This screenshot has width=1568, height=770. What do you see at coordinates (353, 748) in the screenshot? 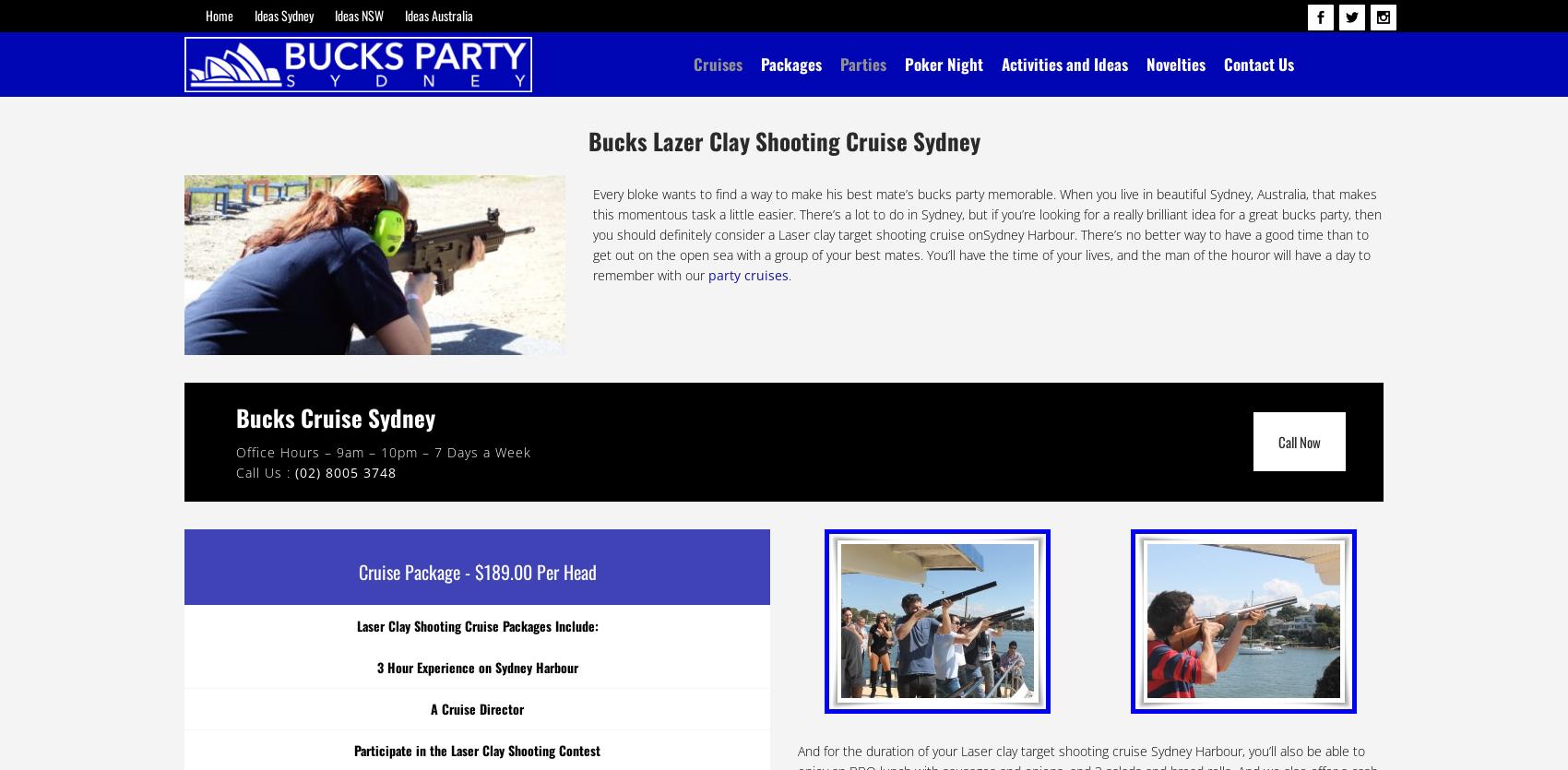
I see `'Participate in the Laser Clay Shooting Contest'` at bounding box center [353, 748].